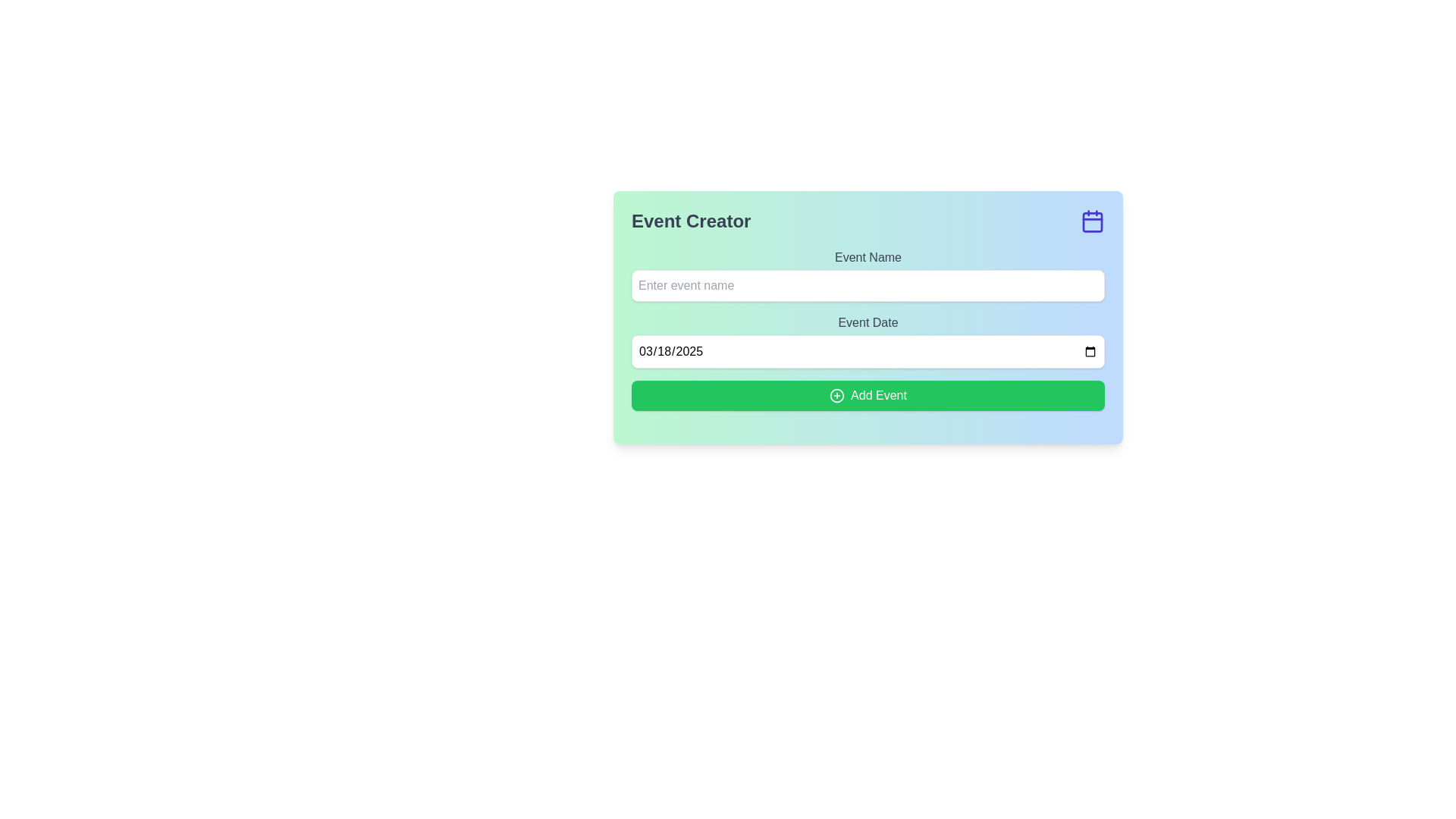 The height and width of the screenshot is (819, 1456). What do you see at coordinates (868, 321) in the screenshot?
I see `the label that describes the purpose of the date input field, which is located directly above the date input field within the form structure` at bounding box center [868, 321].